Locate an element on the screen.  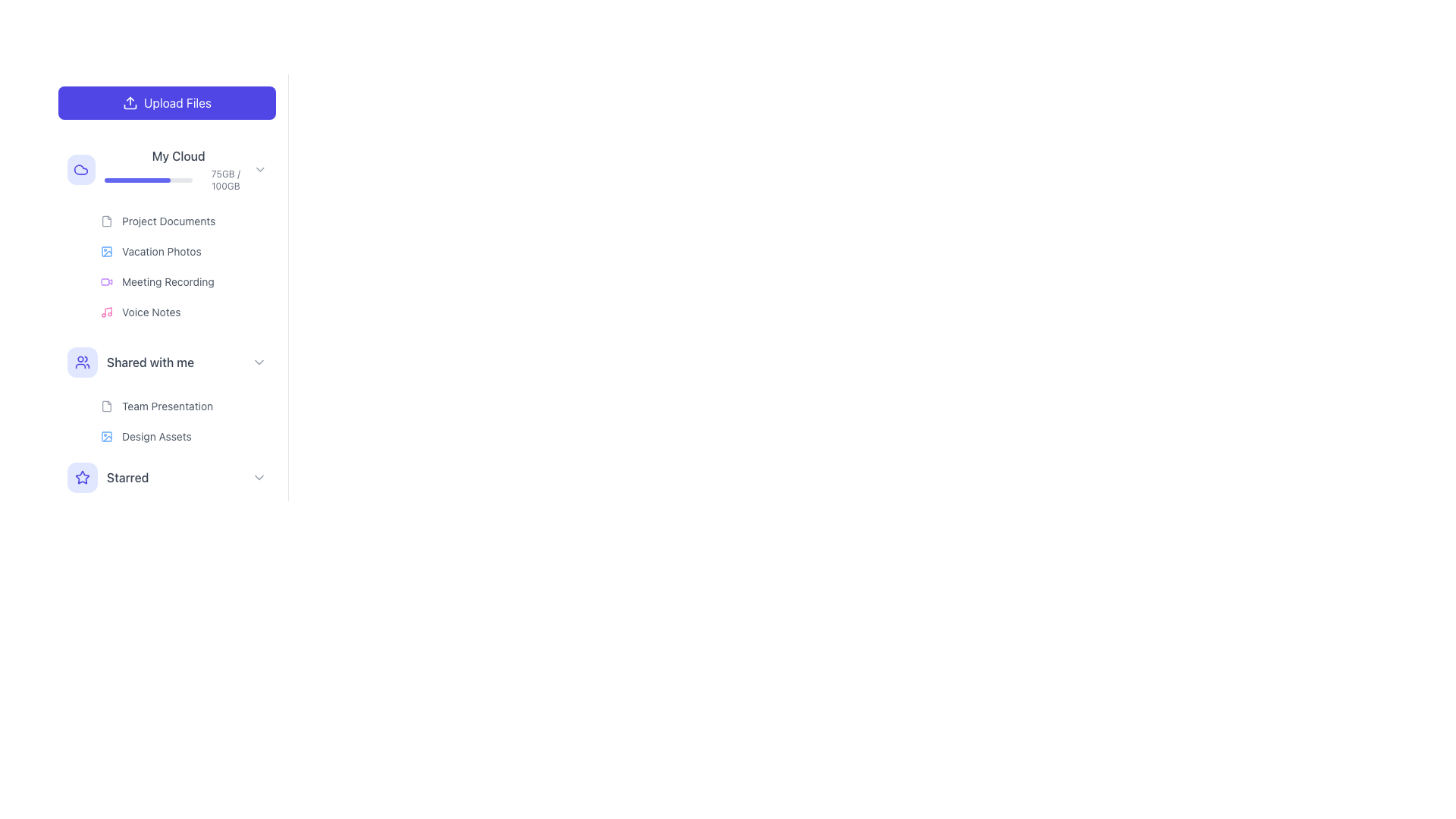
the 'Vacation Photos' folder entry in the 'My Cloud' section is located at coordinates (184, 250).